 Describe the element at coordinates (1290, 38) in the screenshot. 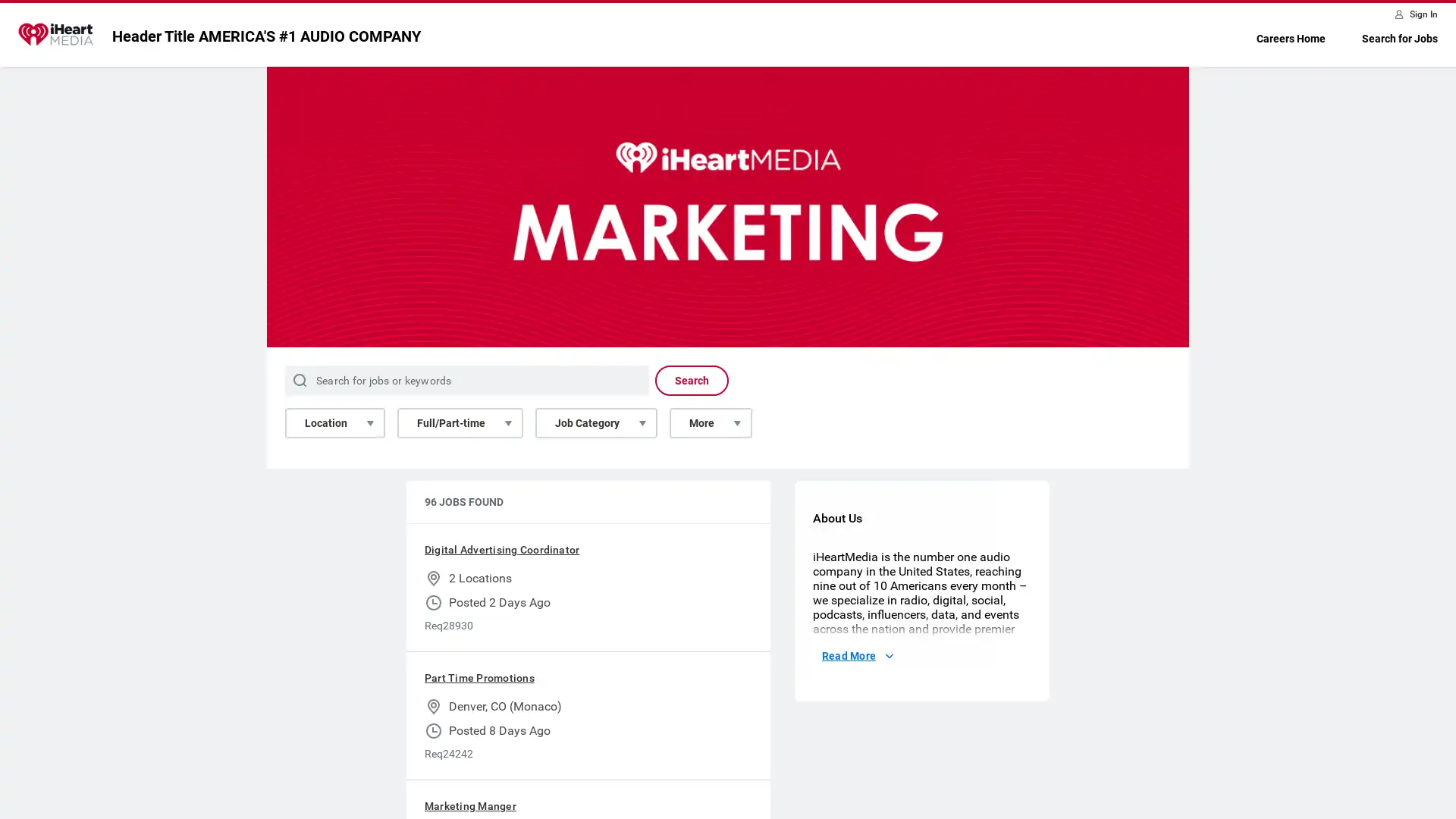

I see `Careers Home` at that location.